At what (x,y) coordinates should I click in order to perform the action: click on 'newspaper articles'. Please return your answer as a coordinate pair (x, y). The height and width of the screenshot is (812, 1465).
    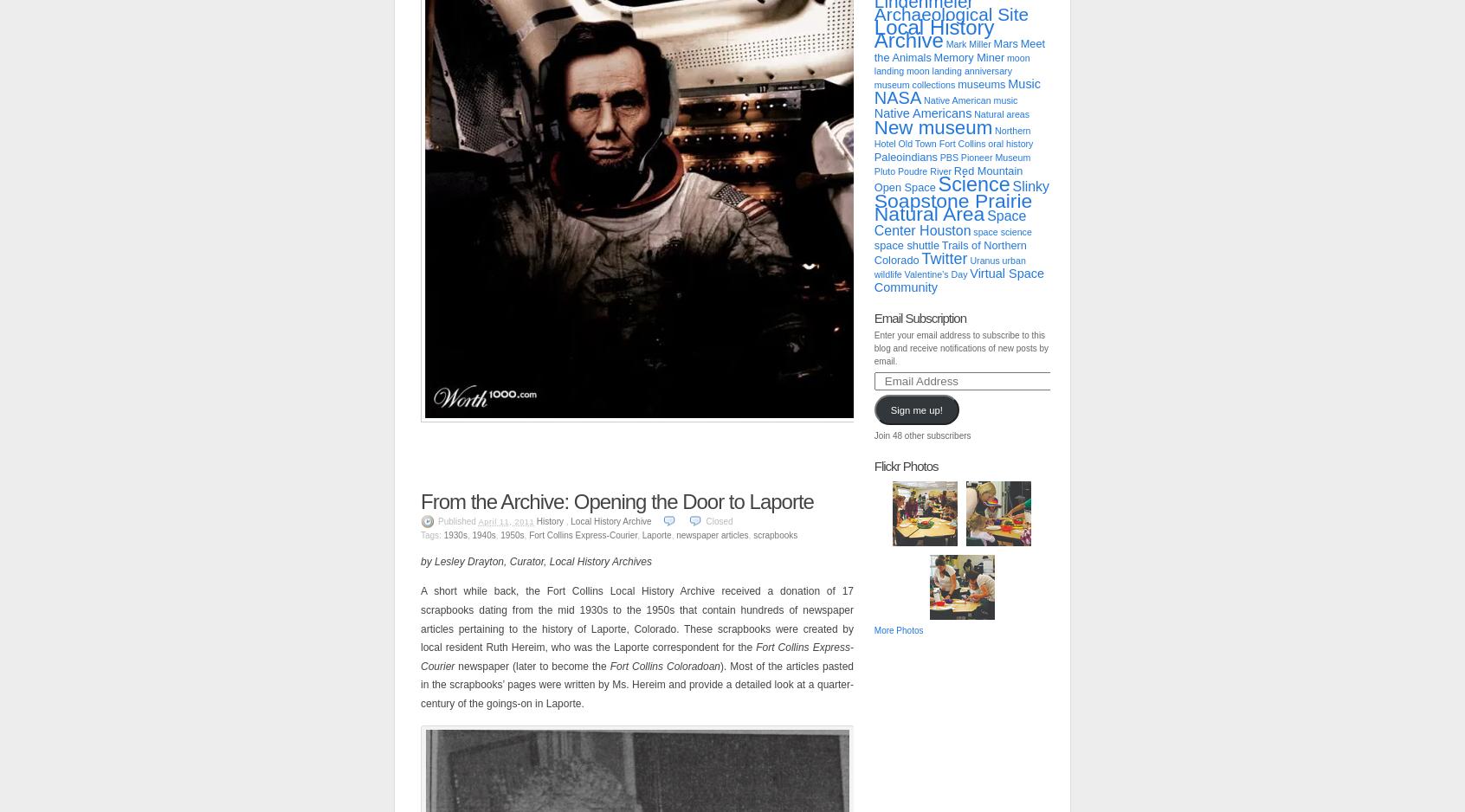
    Looking at the image, I should click on (712, 534).